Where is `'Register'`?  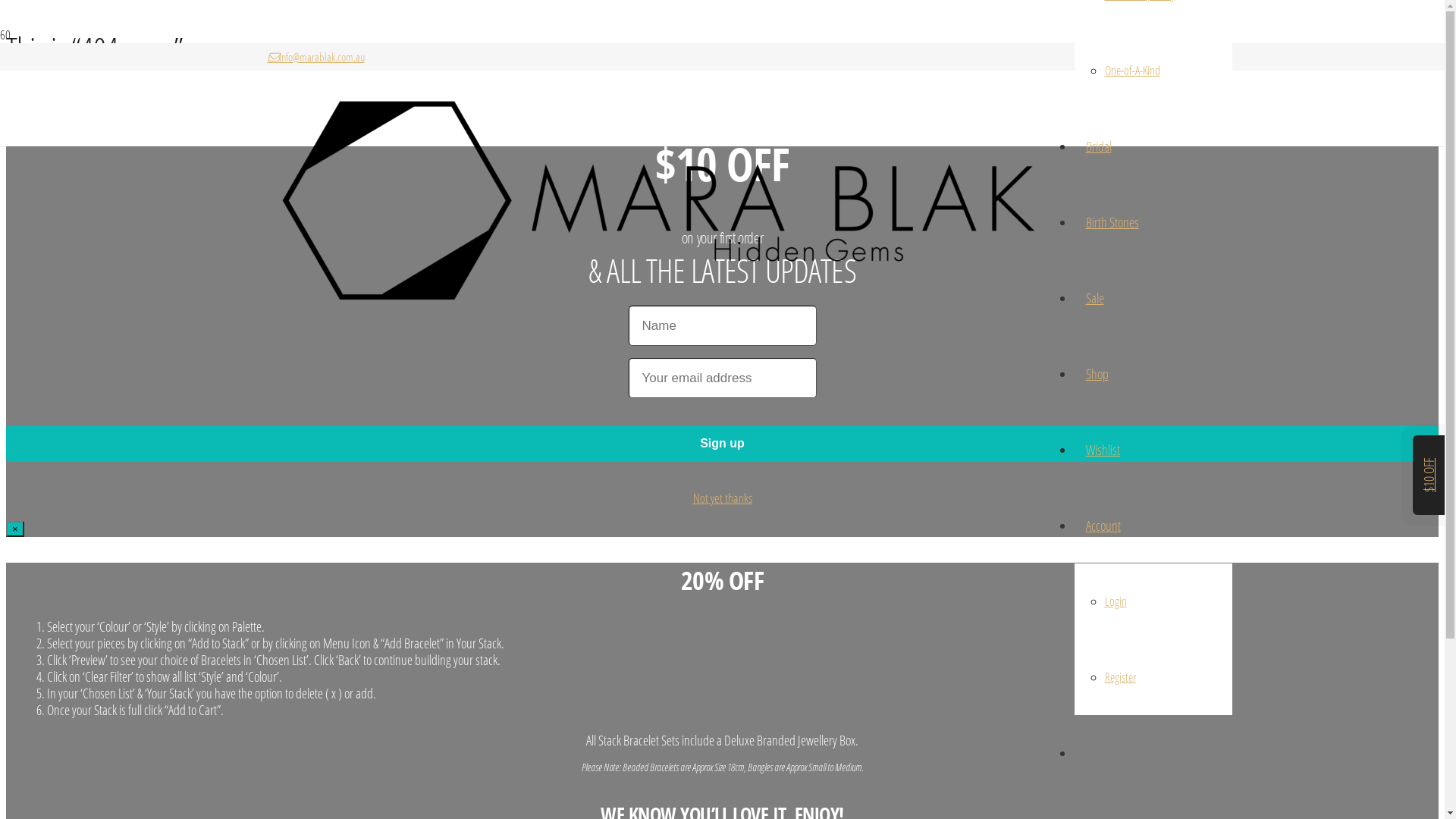
'Register' is located at coordinates (1103, 676).